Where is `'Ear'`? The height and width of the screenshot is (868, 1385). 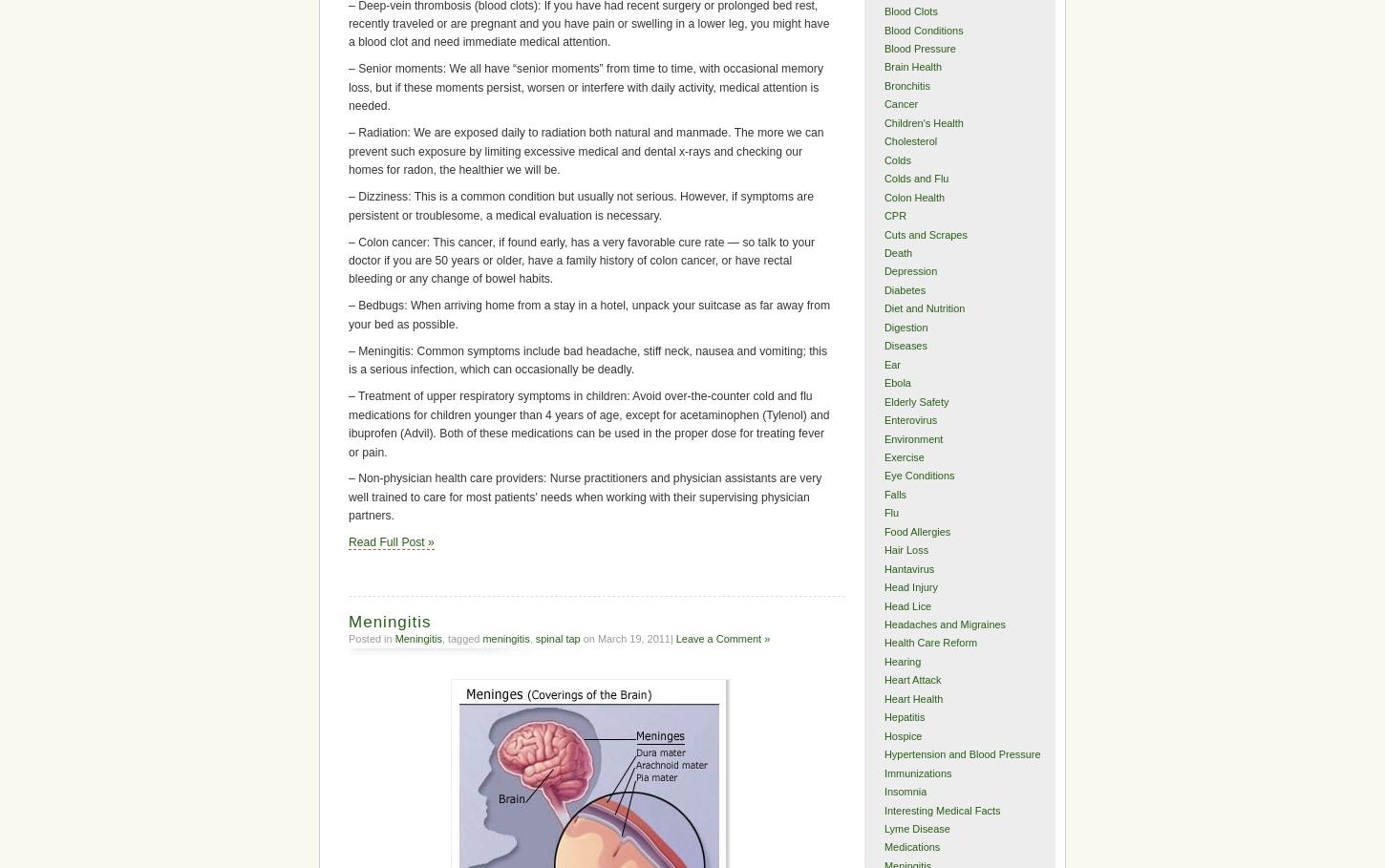
'Ear' is located at coordinates (890, 362).